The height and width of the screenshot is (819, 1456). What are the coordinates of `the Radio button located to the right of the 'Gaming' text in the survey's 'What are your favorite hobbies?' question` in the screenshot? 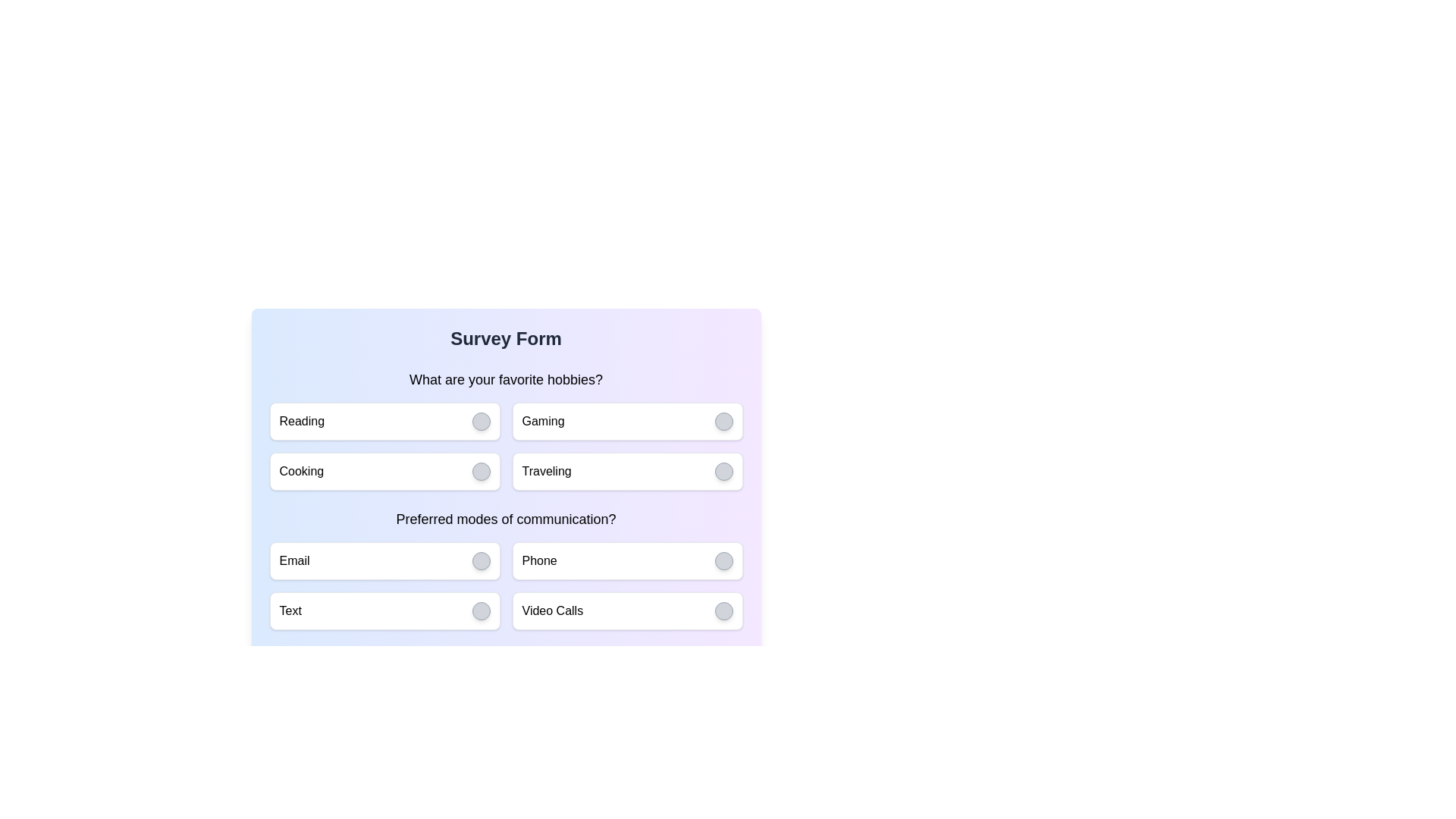 It's located at (723, 421).